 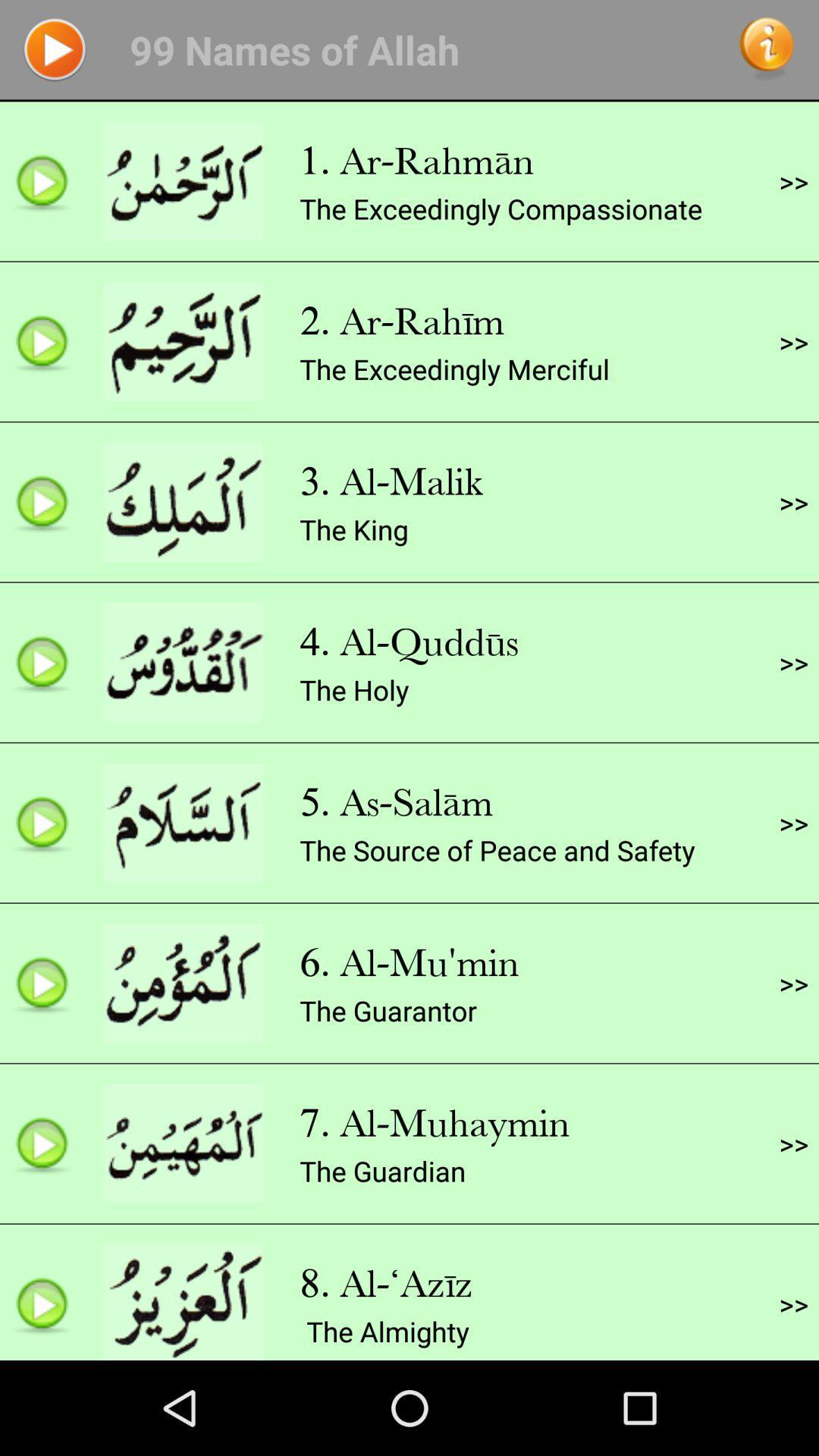 What do you see at coordinates (792, 502) in the screenshot?
I see `the item above the >> icon` at bounding box center [792, 502].